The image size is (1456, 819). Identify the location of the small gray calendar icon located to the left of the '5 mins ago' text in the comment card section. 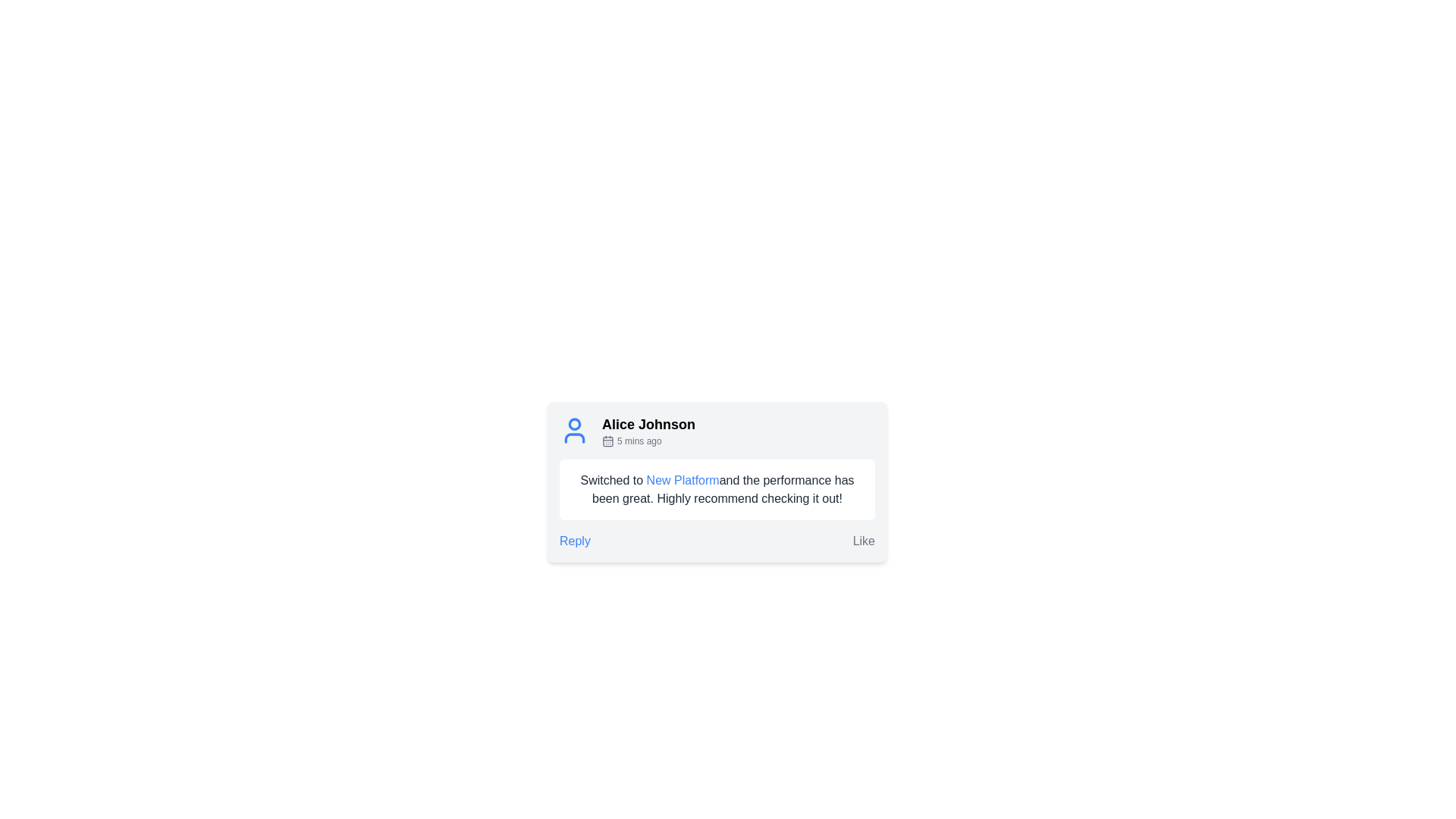
(607, 441).